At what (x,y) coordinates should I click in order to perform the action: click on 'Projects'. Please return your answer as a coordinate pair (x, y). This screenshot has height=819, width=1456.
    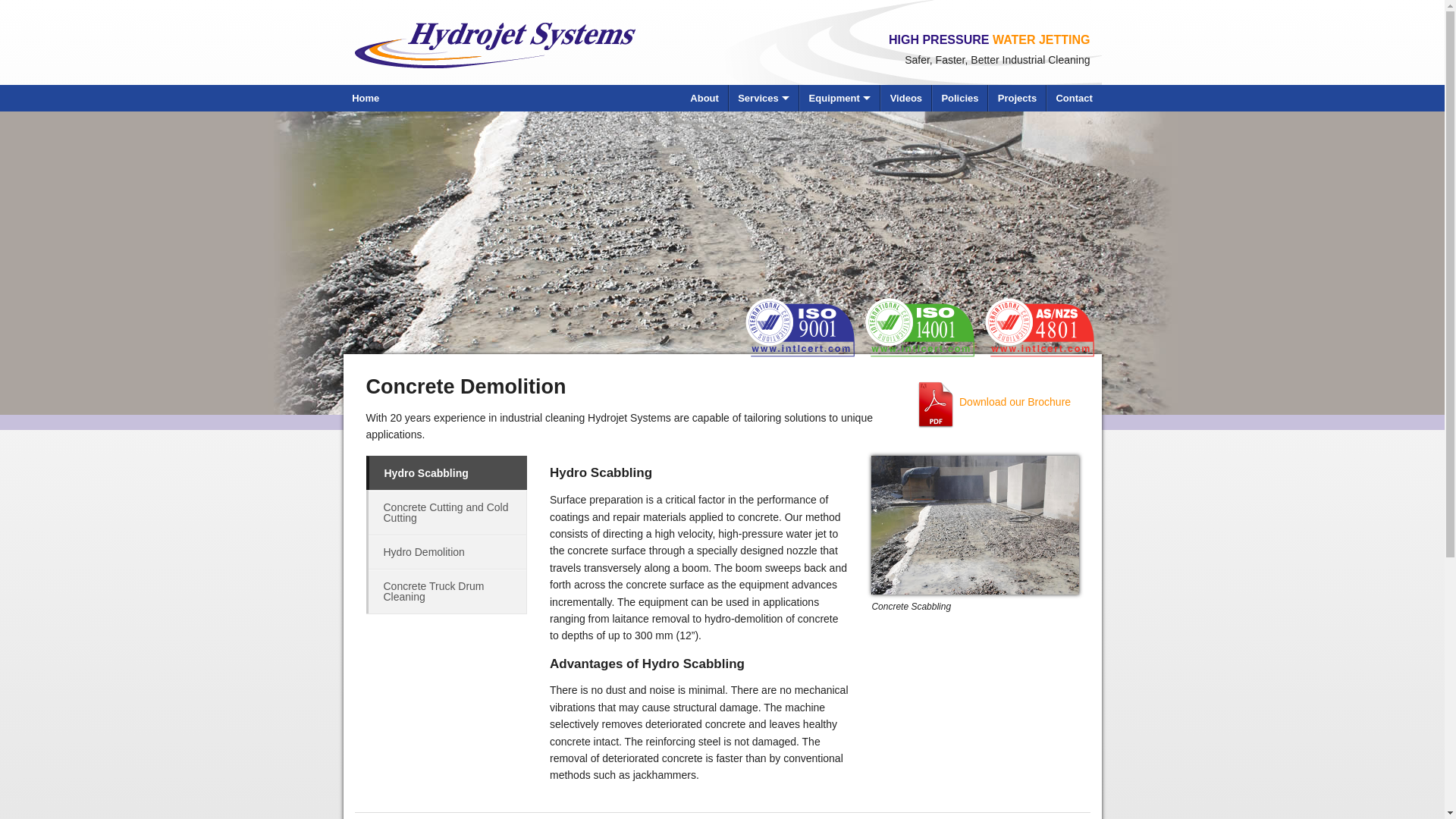
    Looking at the image, I should click on (1017, 98).